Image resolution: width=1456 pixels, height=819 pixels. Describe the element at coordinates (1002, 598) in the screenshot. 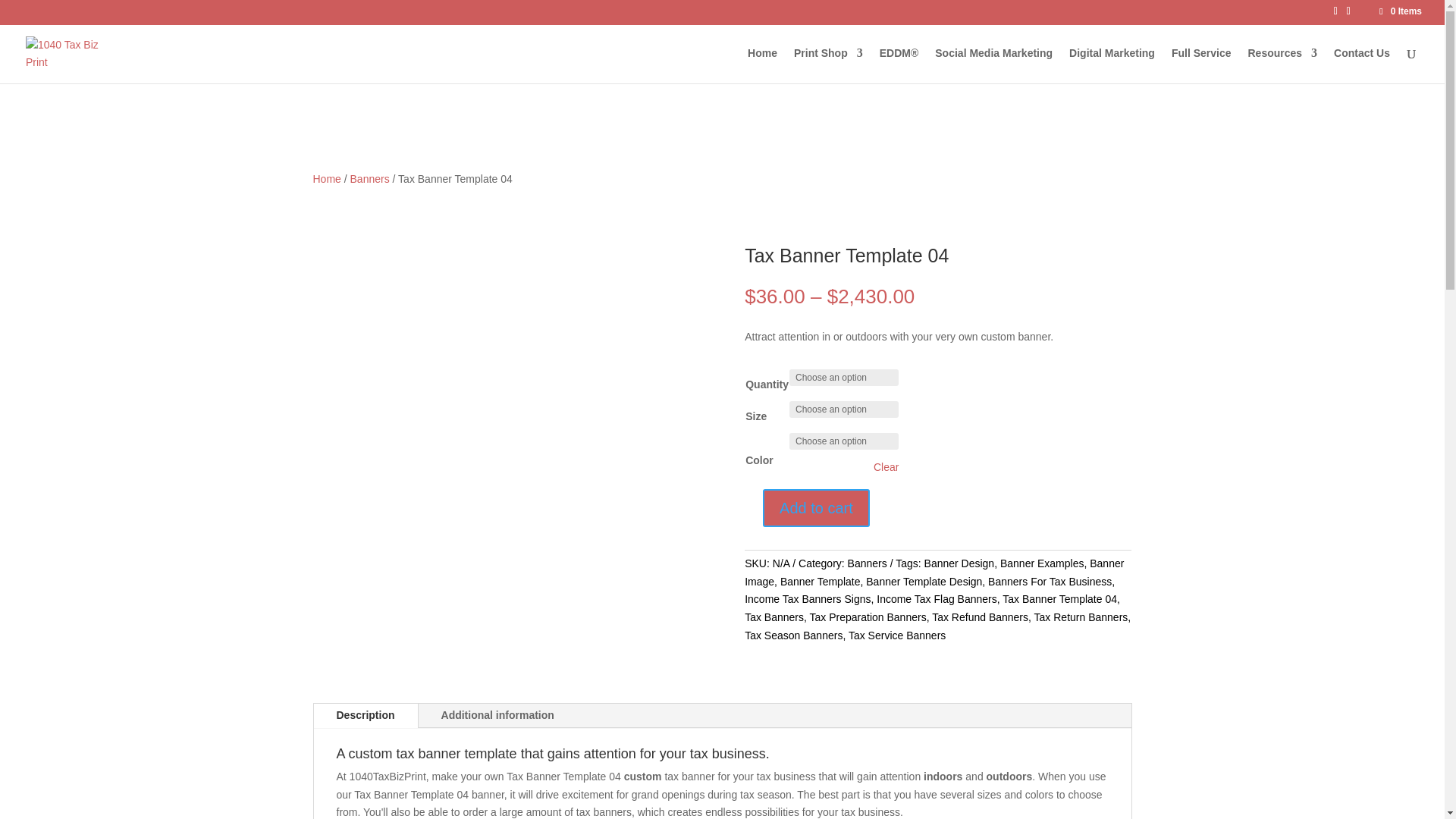

I see `'Tax Banner Template 04'` at that location.